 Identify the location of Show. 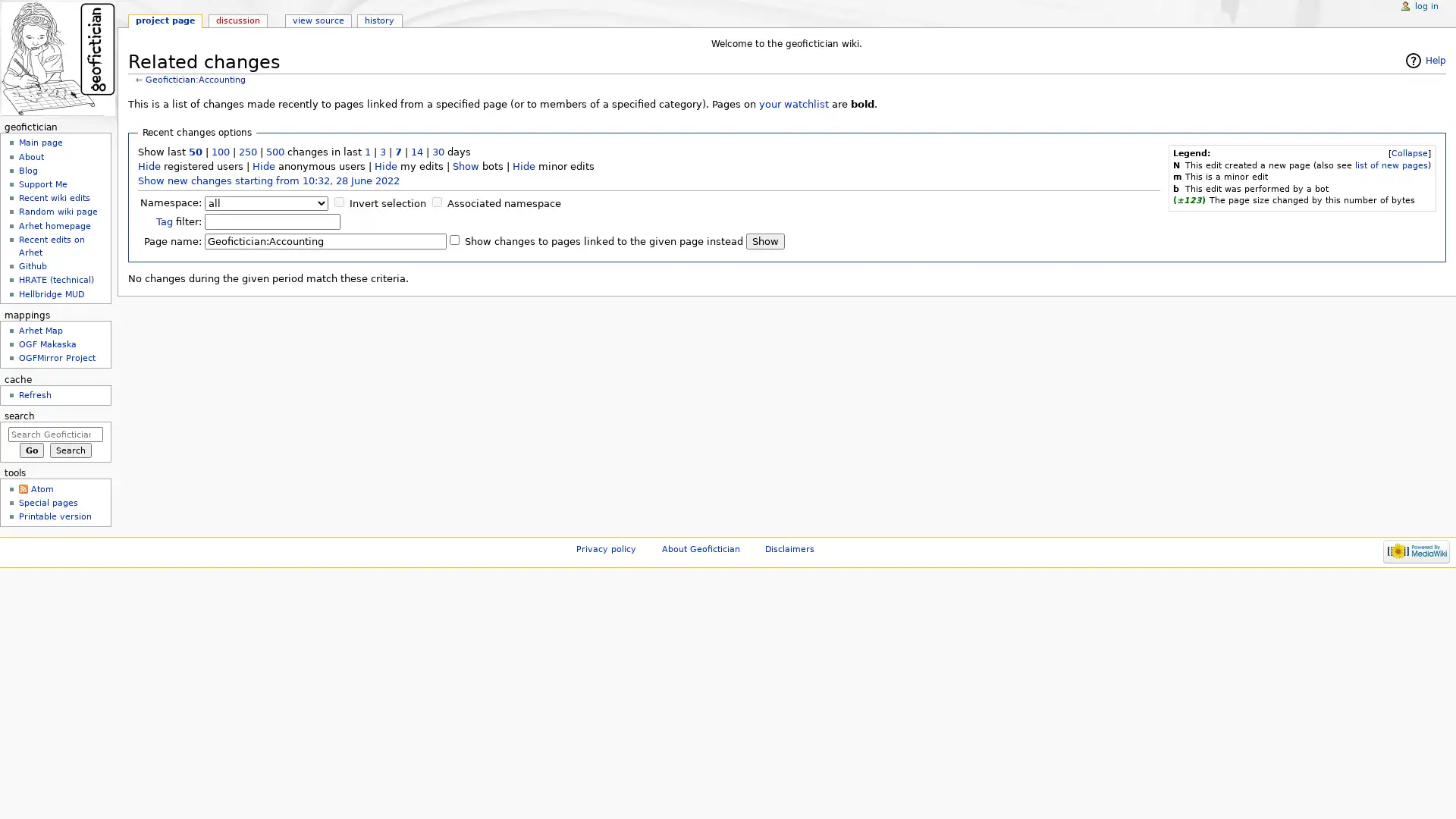
(765, 240).